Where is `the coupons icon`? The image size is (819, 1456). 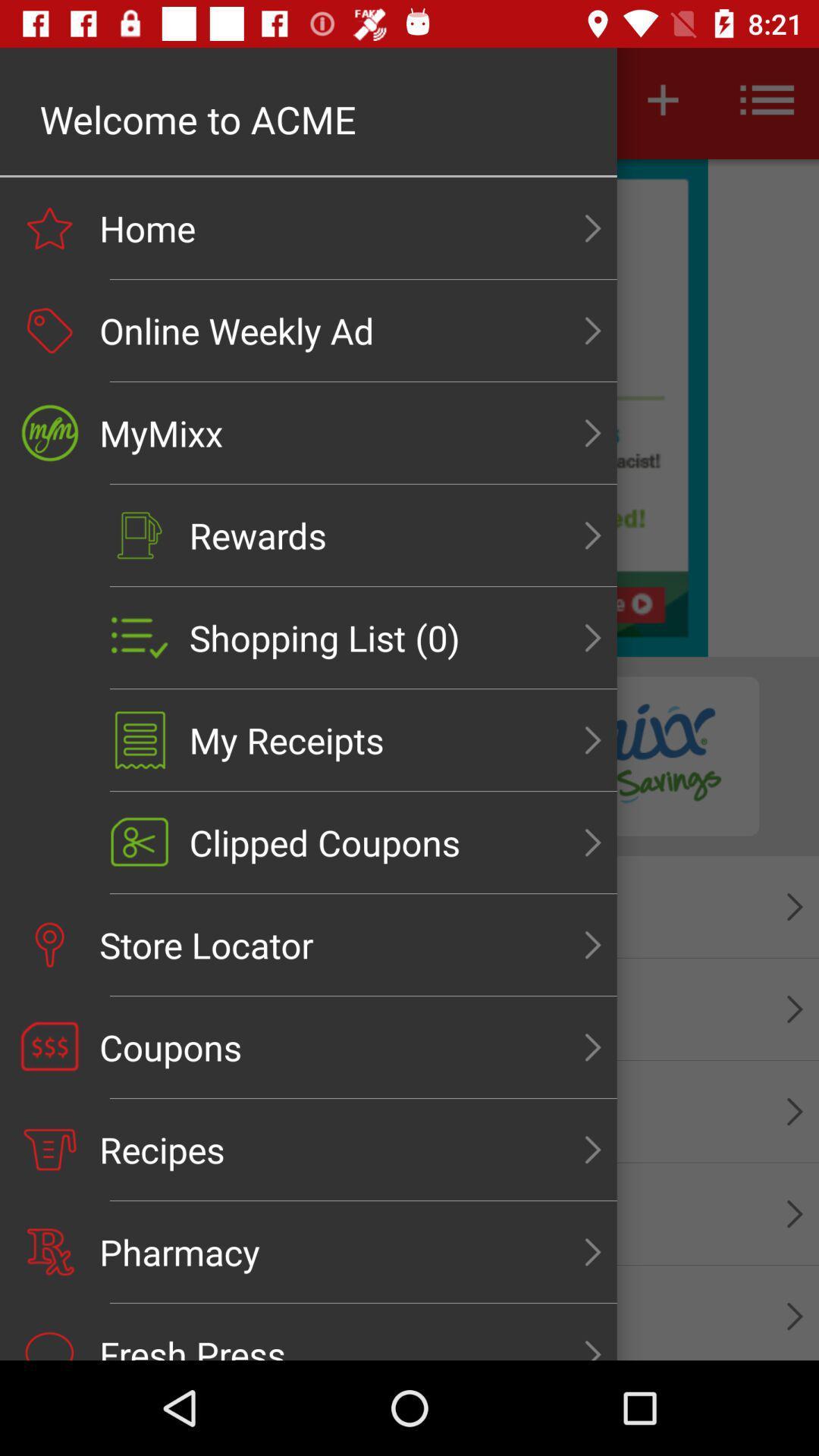 the coupons icon is located at coordinates (49, 1046).